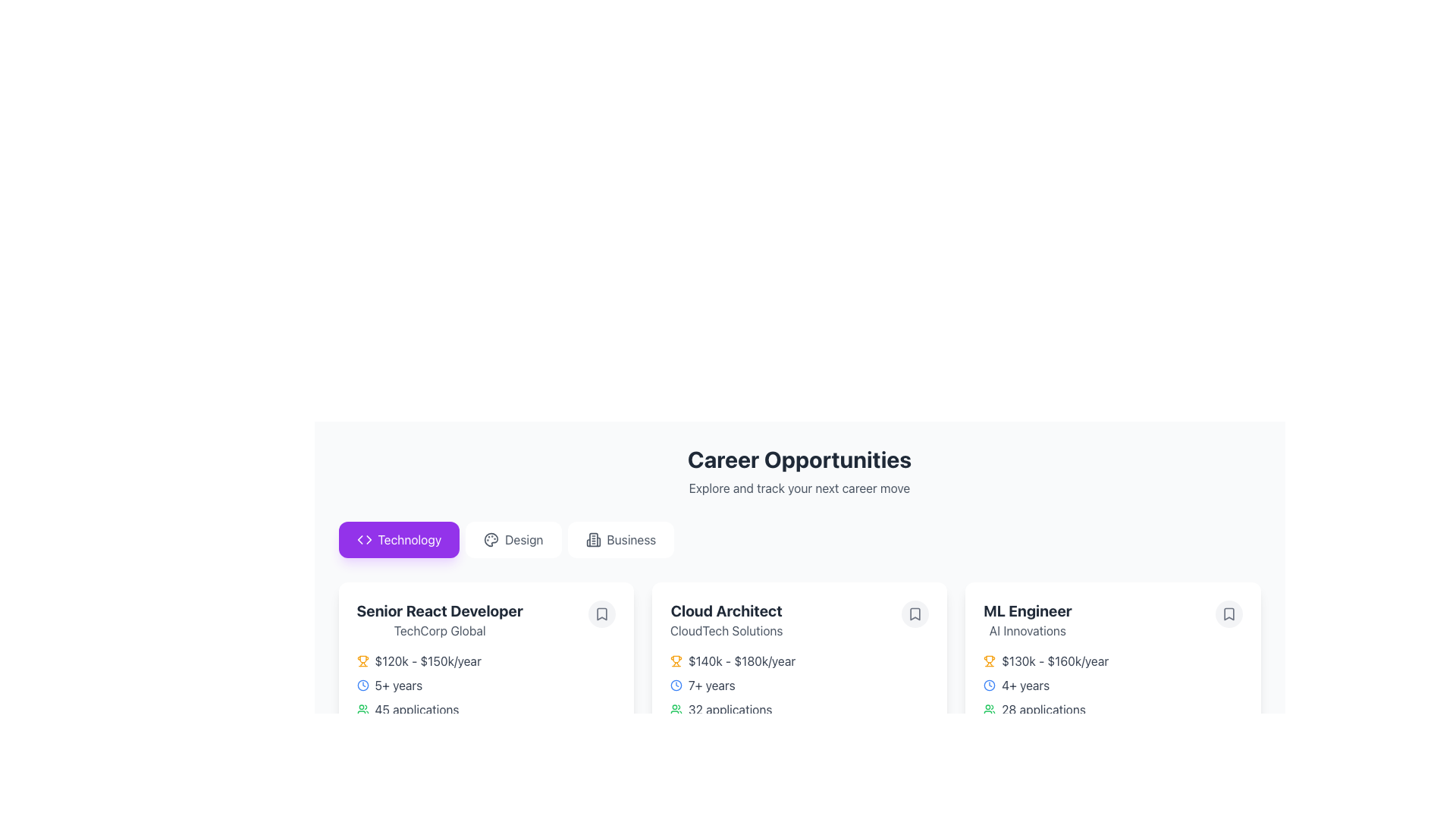 This screenshot has width=1456, height=819. What do you see at coordinates (601, 614) in the screenshot?
I see `the bookmark icon located at the top-right corner of the 'Cloud Architect' job listing card` at bounding box center [601, 614].